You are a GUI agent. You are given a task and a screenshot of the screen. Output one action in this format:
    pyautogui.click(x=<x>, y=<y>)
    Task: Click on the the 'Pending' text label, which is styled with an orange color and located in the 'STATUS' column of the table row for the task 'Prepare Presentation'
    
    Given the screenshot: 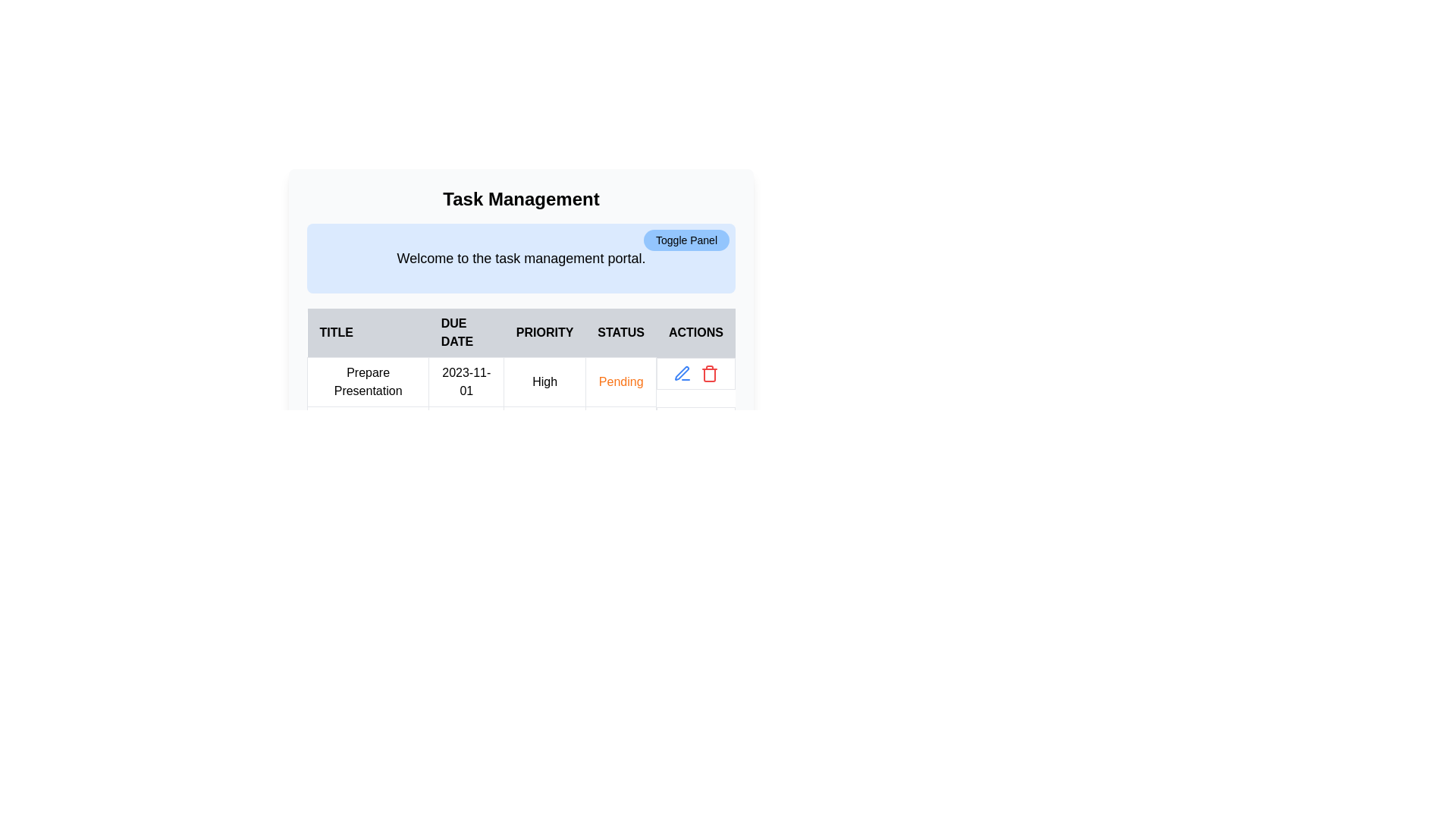 What is the action you would take?
    pyautogui.click(x=621, y=381)
    